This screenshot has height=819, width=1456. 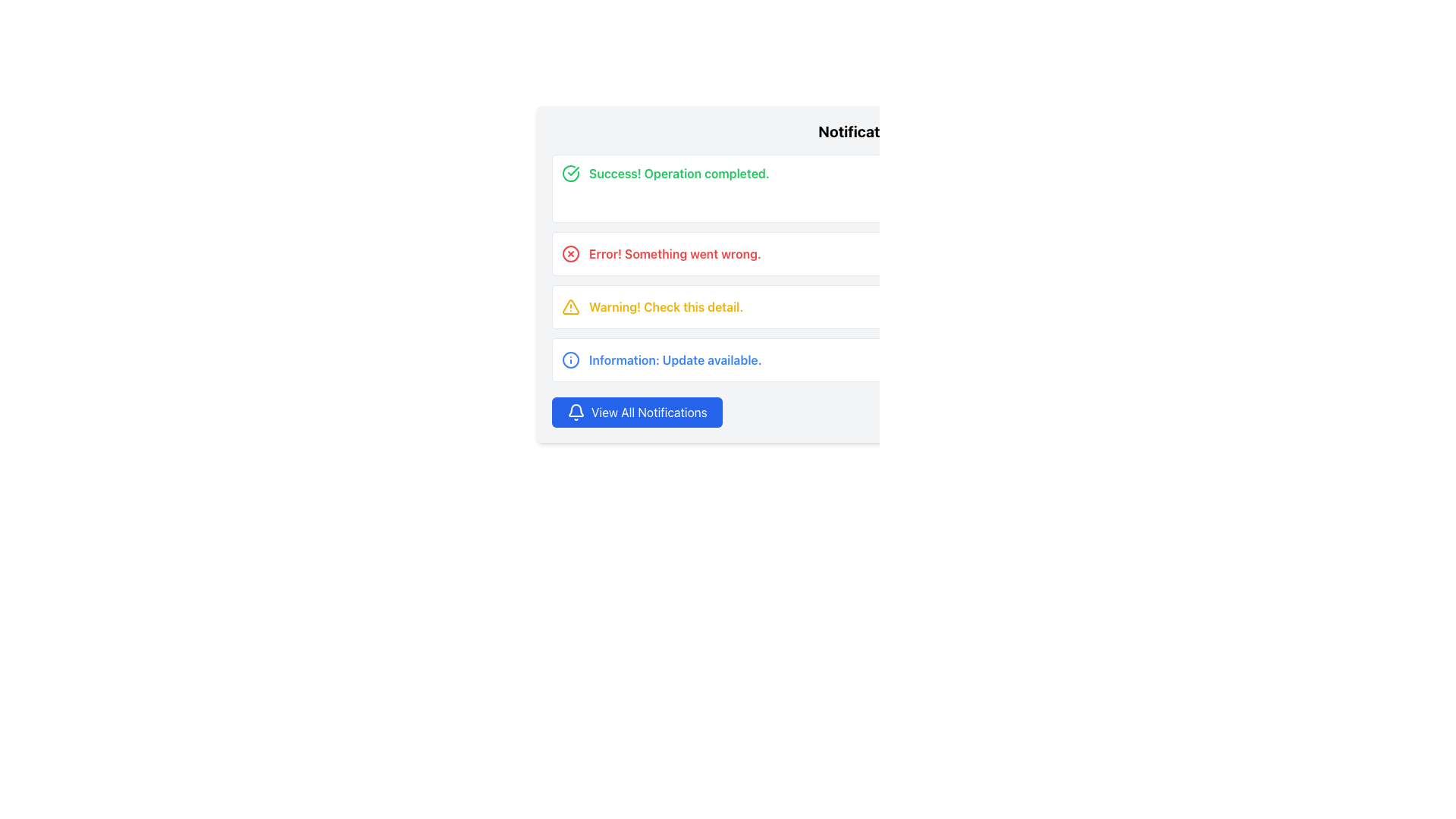 I want to click on the circular icon with a blue outline that represents informational content, located to the left of the text 'Information: Update available.', so click(x=570, y=359).